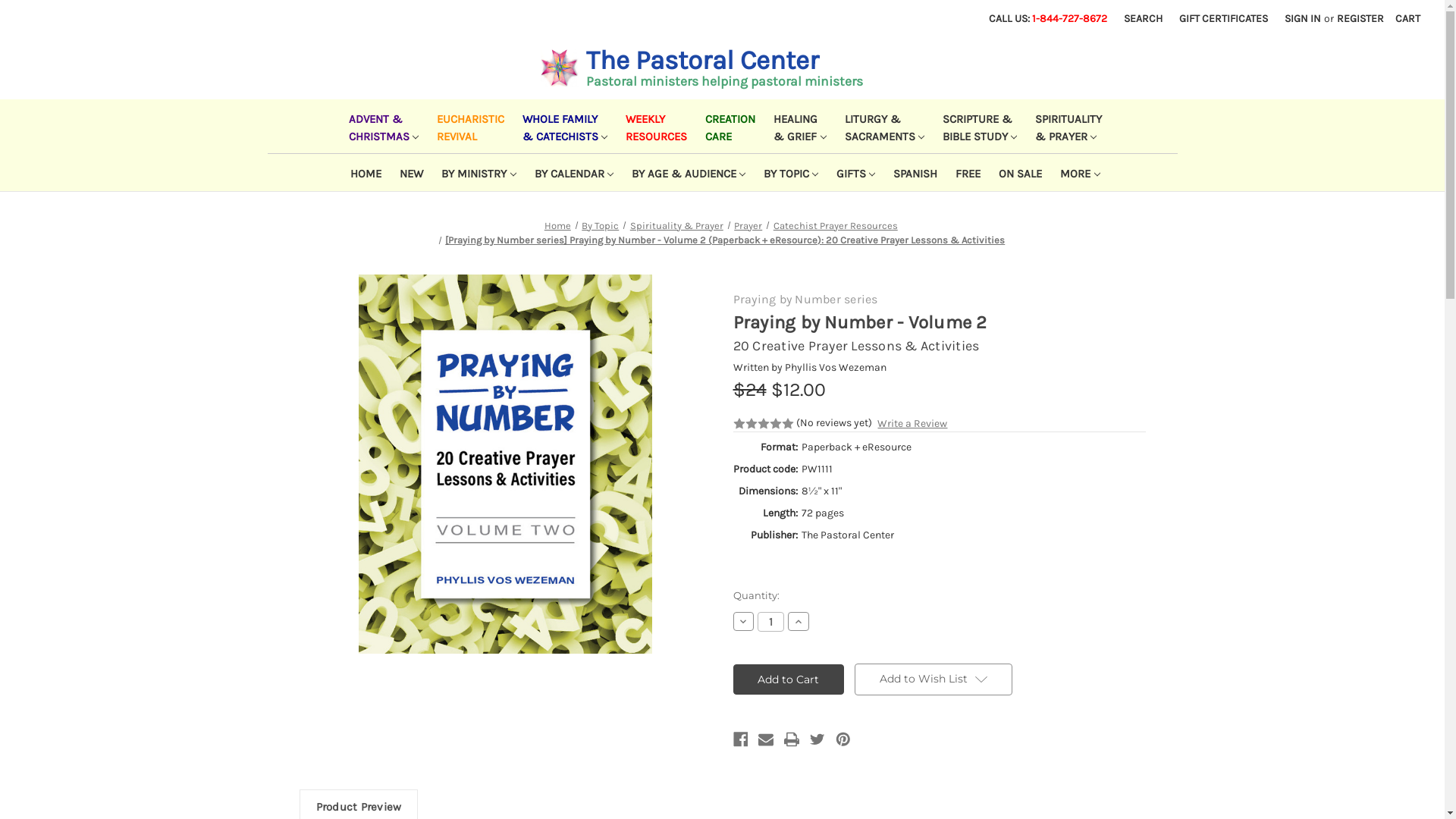 The image size is (1456, 819). What do you see at coordinates (684, 171) in the screenshot?
I see `'BY AGE & AUDIENCE'` at bounding box center [684, 171].